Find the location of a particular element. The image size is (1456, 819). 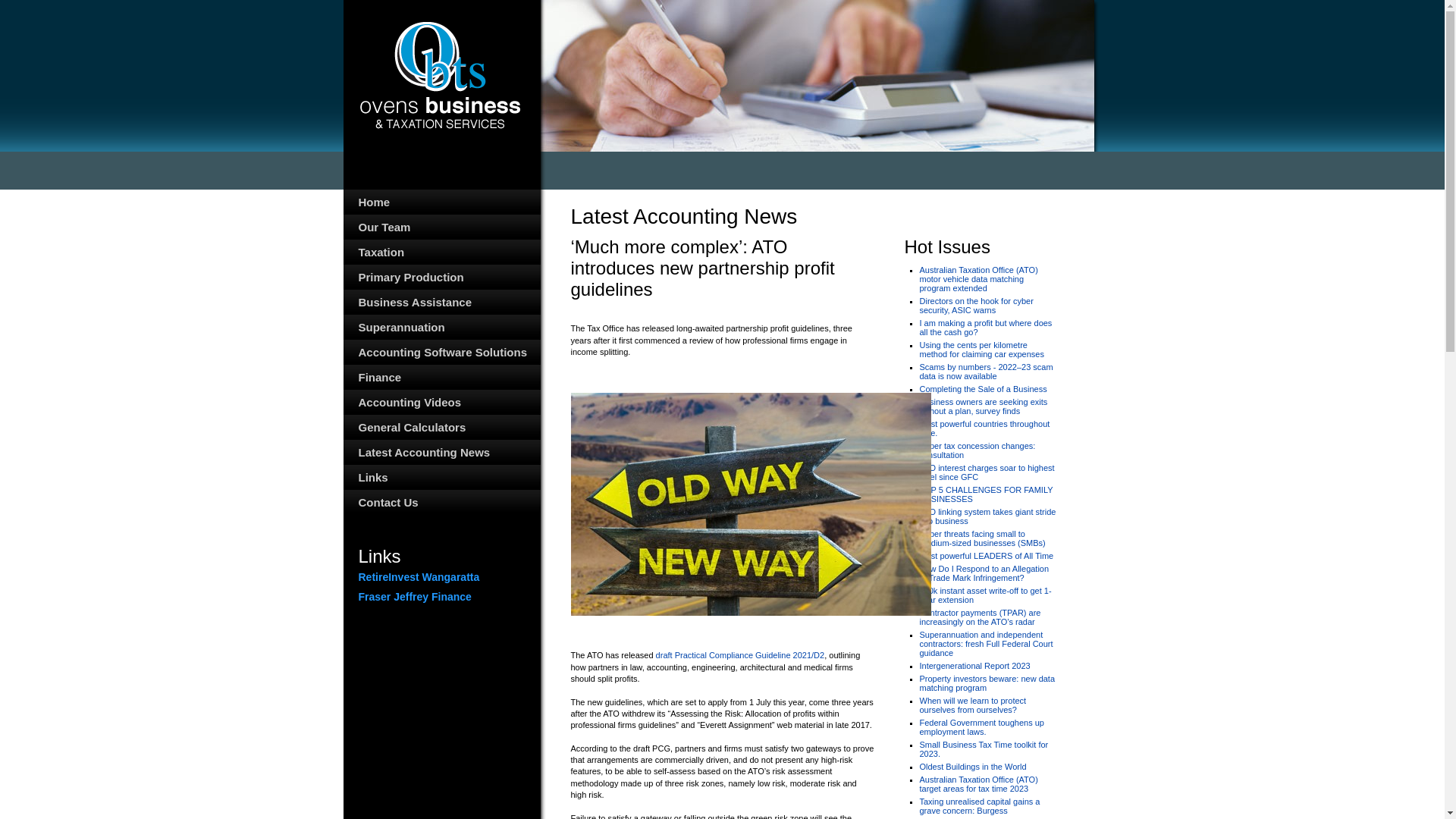

'Finance' is located at coordinates (440, 376).